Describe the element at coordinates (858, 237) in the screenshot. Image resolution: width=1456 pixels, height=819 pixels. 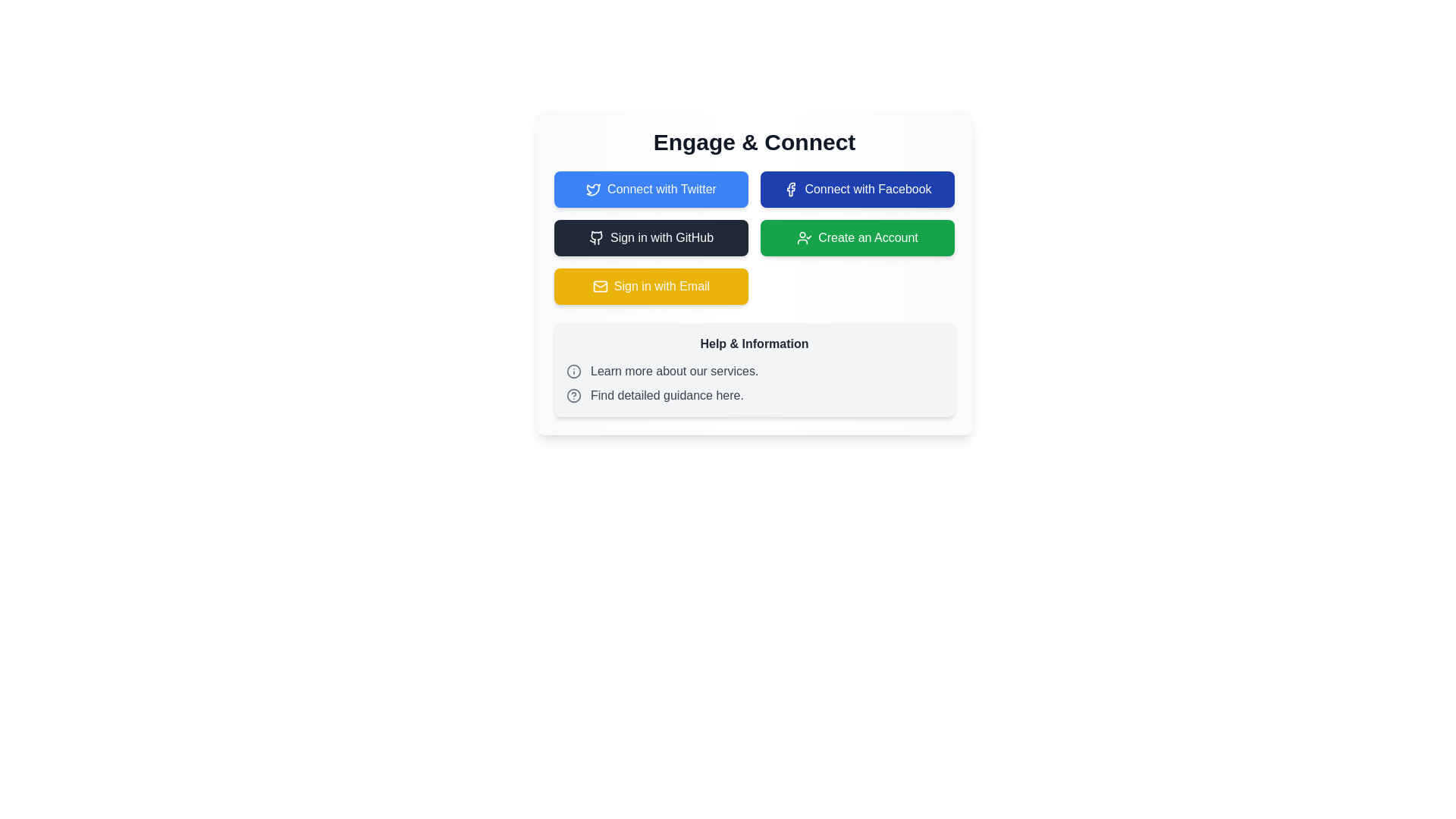
I see `the 'Create Account' button located below the 'Connect with Facebook' button to observe the hover state styling` at that location.